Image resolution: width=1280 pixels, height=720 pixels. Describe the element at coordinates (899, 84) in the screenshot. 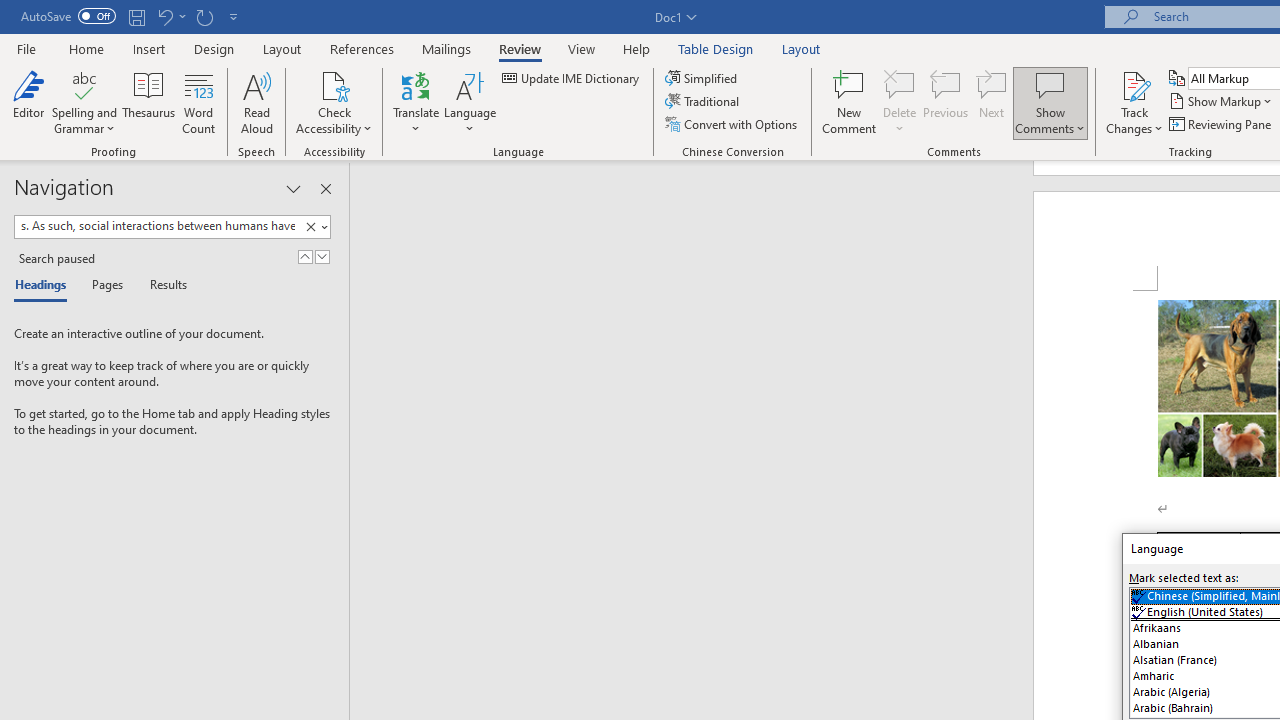

I see `'Delete'` at that location.